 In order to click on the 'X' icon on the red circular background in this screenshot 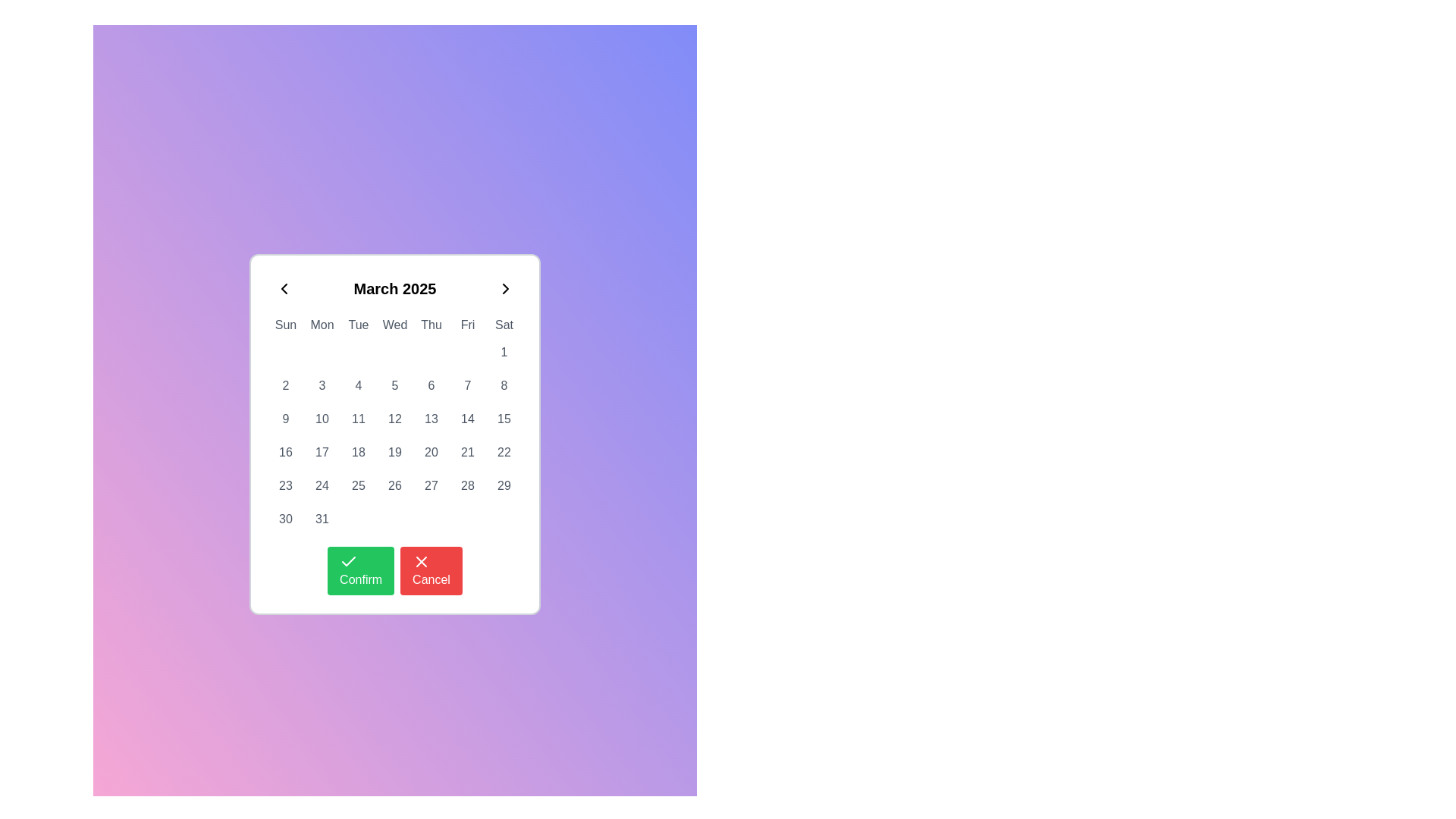, I will do `click(422, 561)`.